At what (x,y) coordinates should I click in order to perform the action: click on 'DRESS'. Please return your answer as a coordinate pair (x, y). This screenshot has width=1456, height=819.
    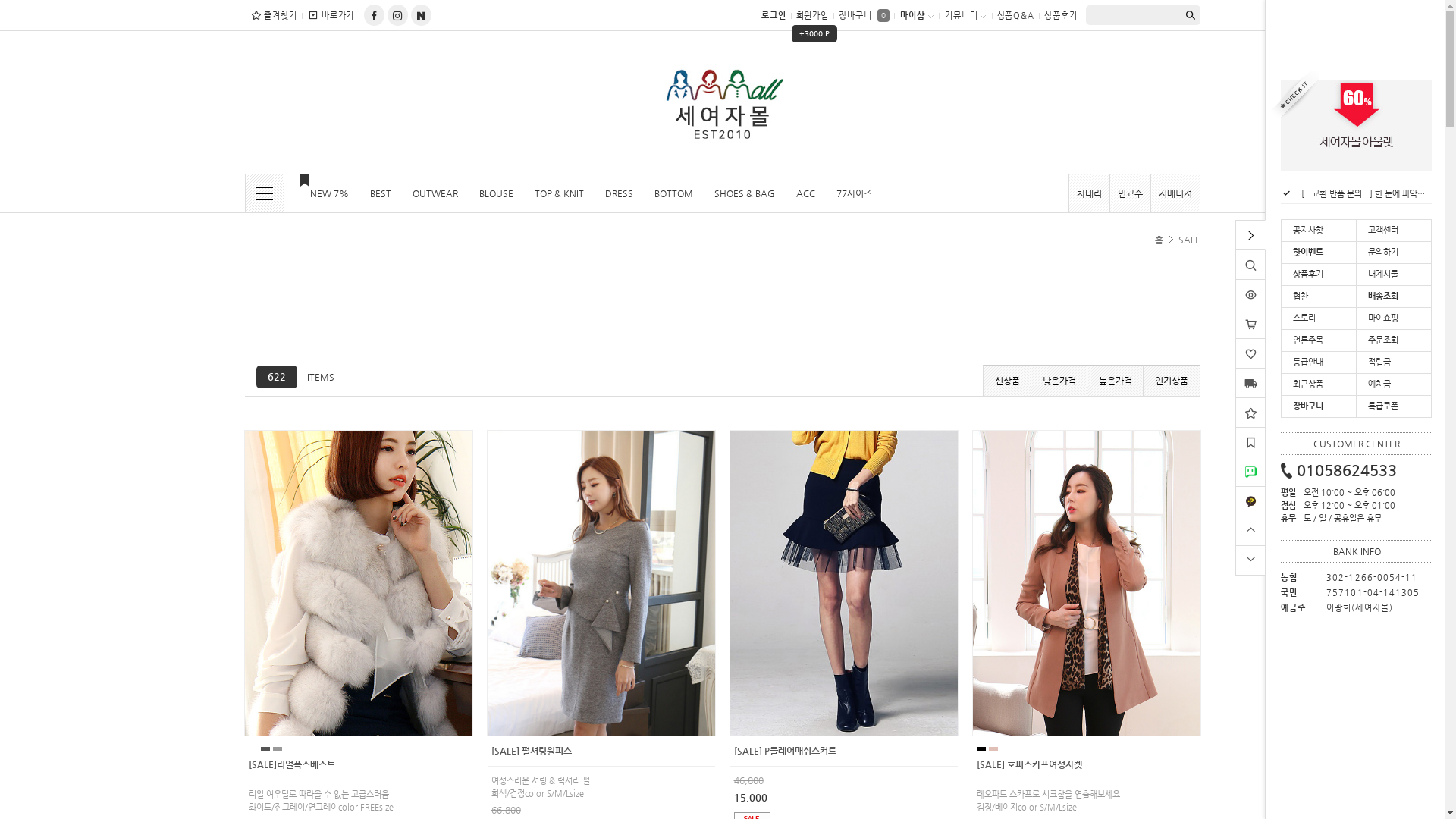
    Looking at the image, I should click on (619, 192).